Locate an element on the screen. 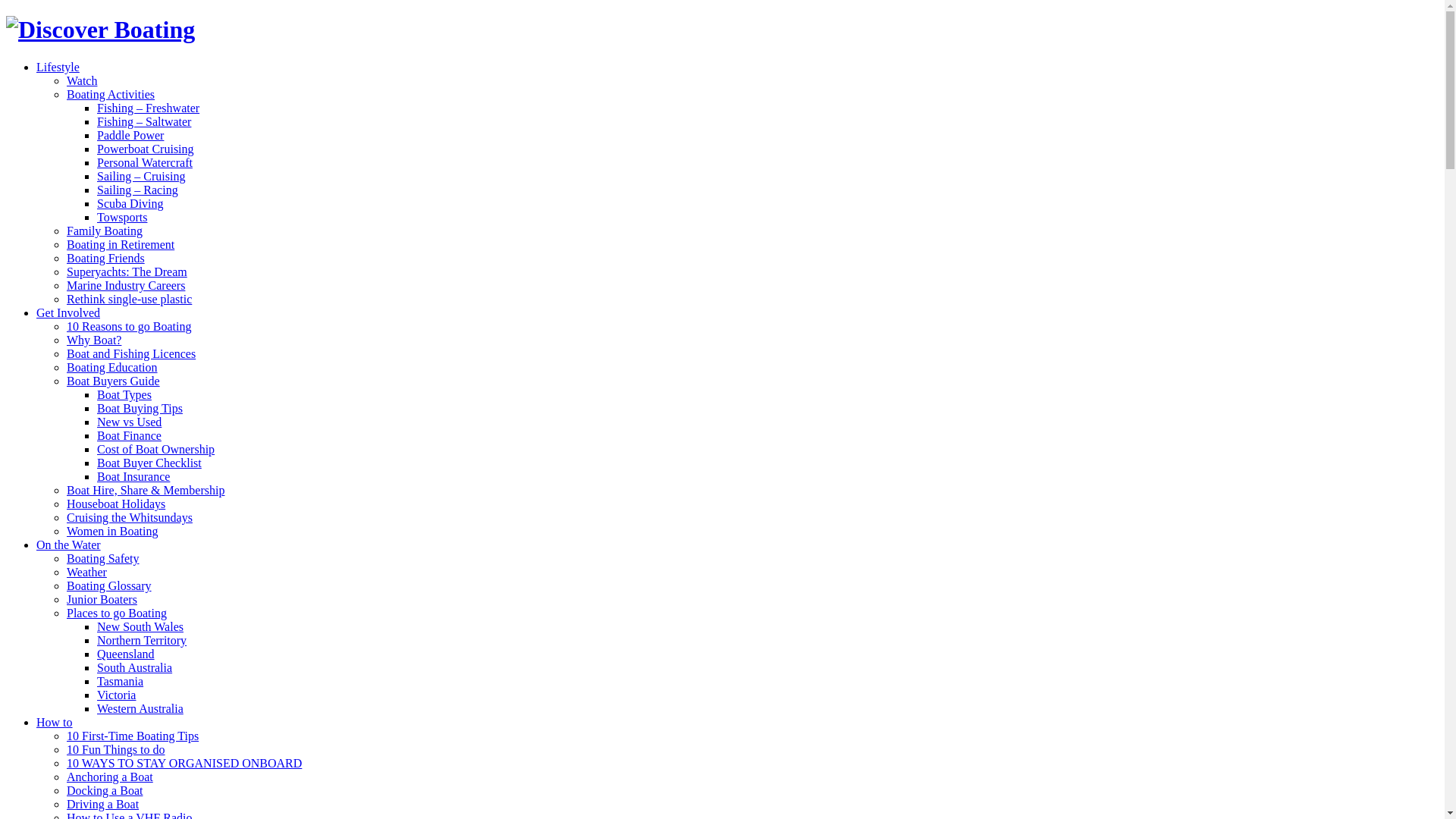 The image size is (1456, 819). 'Boating Activities' is located at coordinates (109, 94).